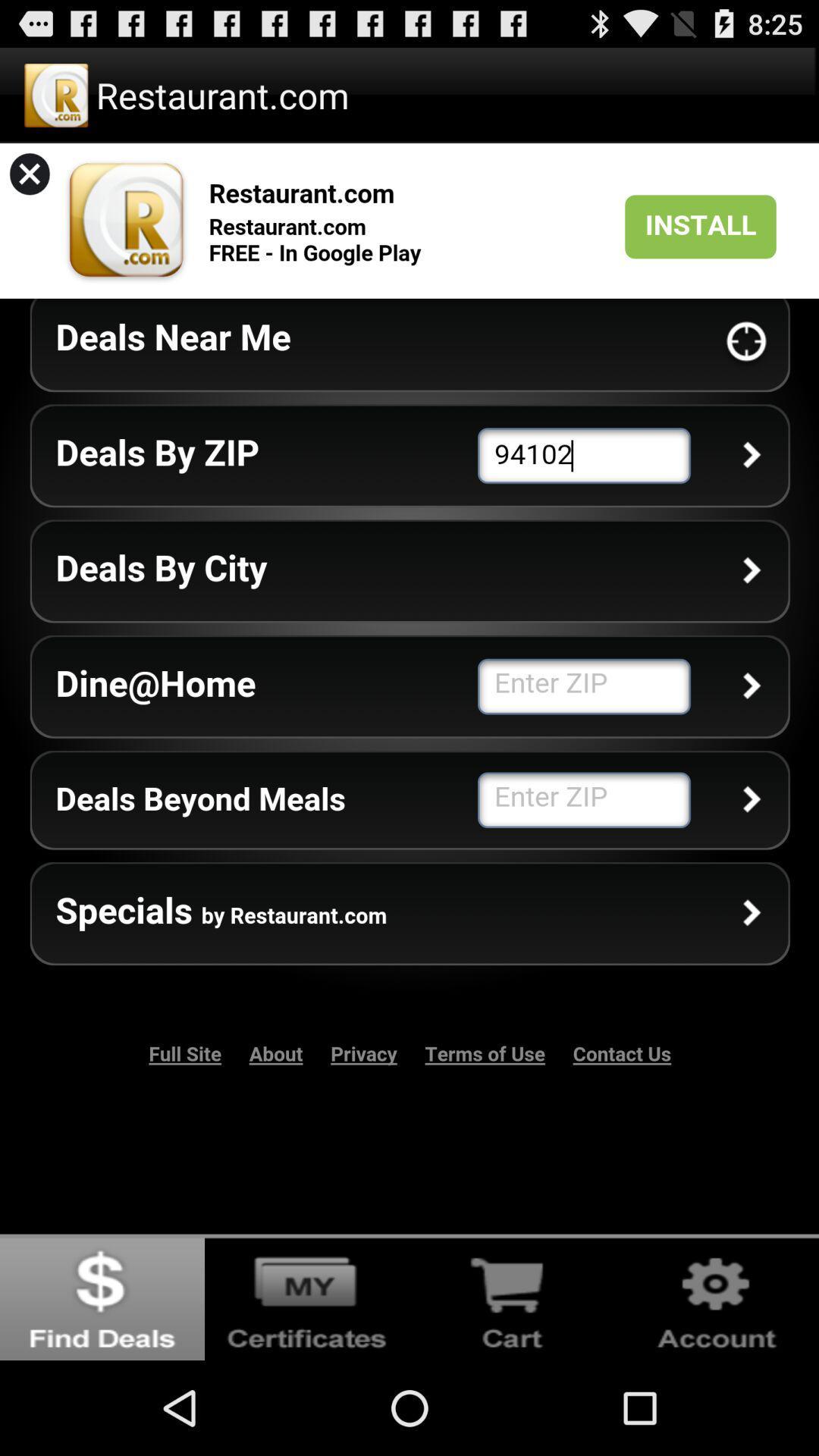  I want to click on the videocam icon, so click(307, 1388).